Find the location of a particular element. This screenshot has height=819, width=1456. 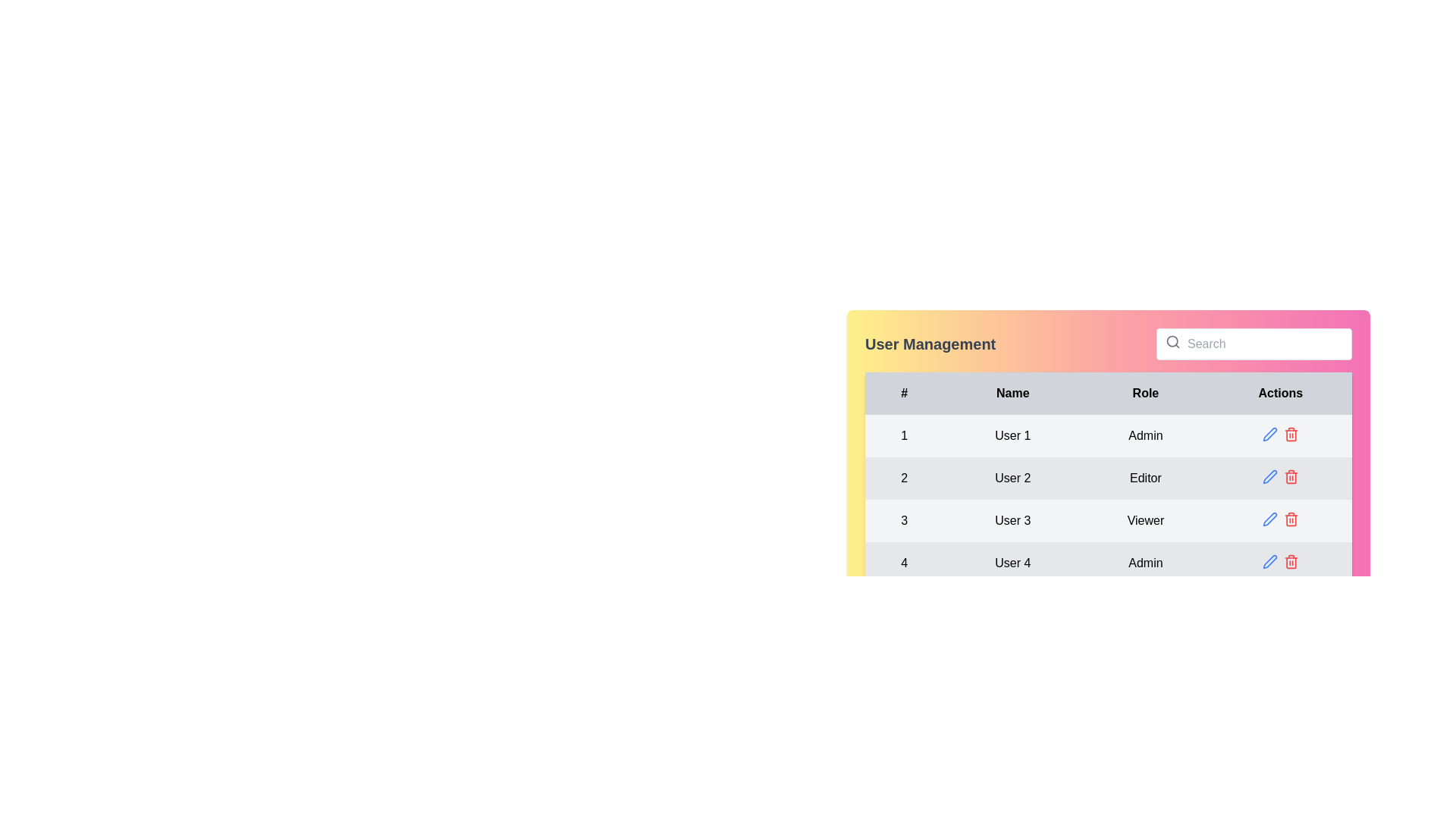

the editing icon button located in the 'Actions' column of the first row for 'User 1' is located at coordinates (1269, 435).